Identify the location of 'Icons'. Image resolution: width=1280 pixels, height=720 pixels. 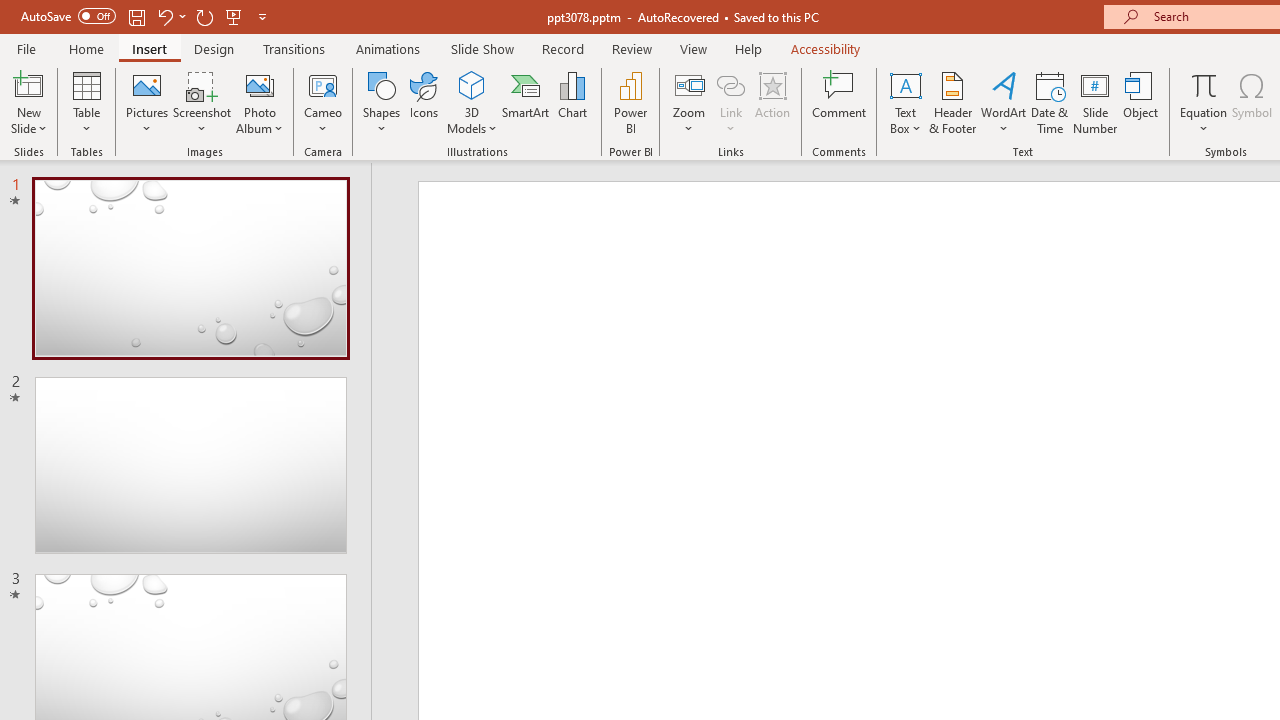
(423, 103).